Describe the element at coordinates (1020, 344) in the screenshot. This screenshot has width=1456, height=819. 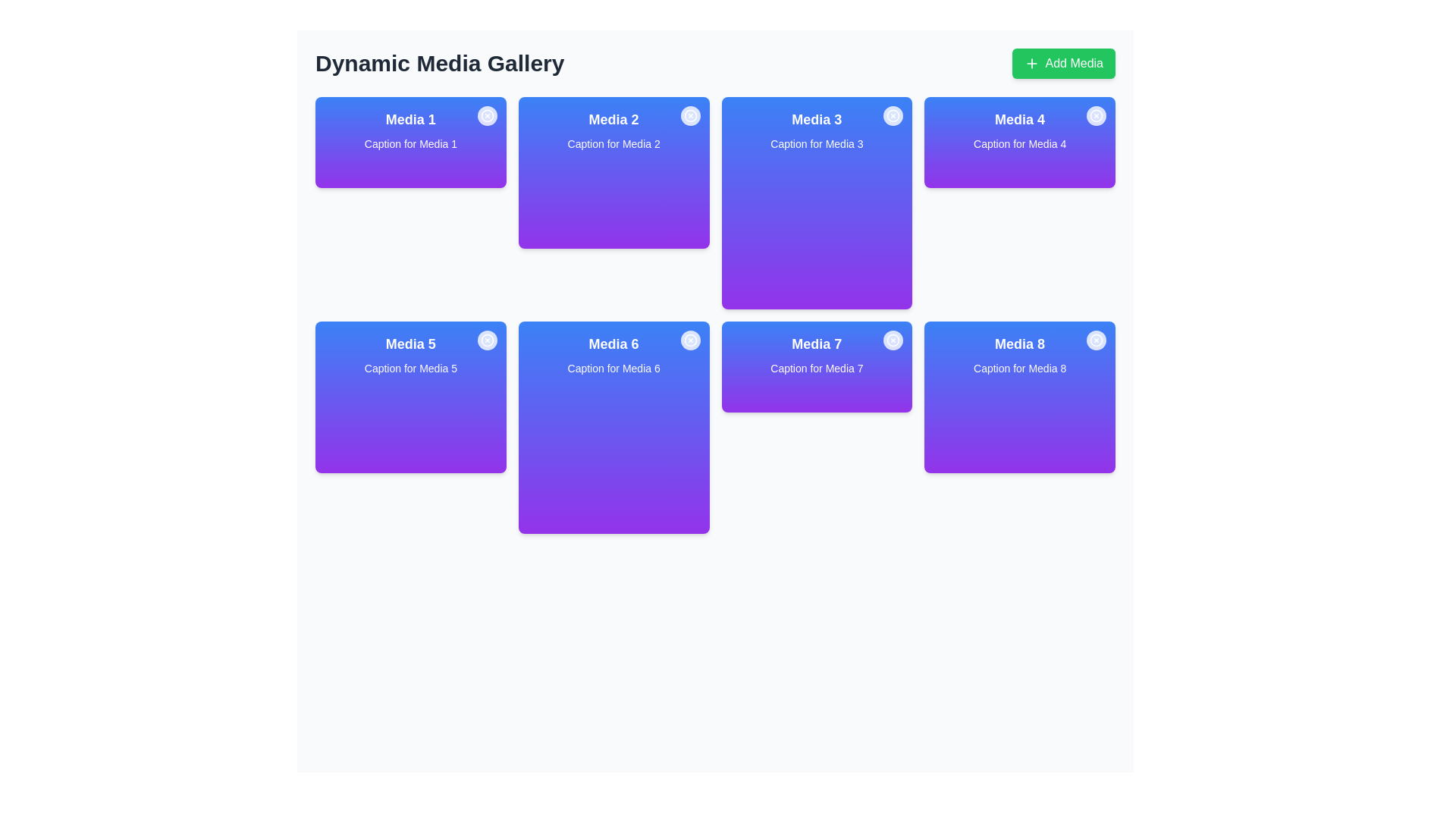
I see `the text label displaying 'Media 8' which is styled with a larger font weight and is located at the top of the rightmost card in the last row of a grid layout` at that location.